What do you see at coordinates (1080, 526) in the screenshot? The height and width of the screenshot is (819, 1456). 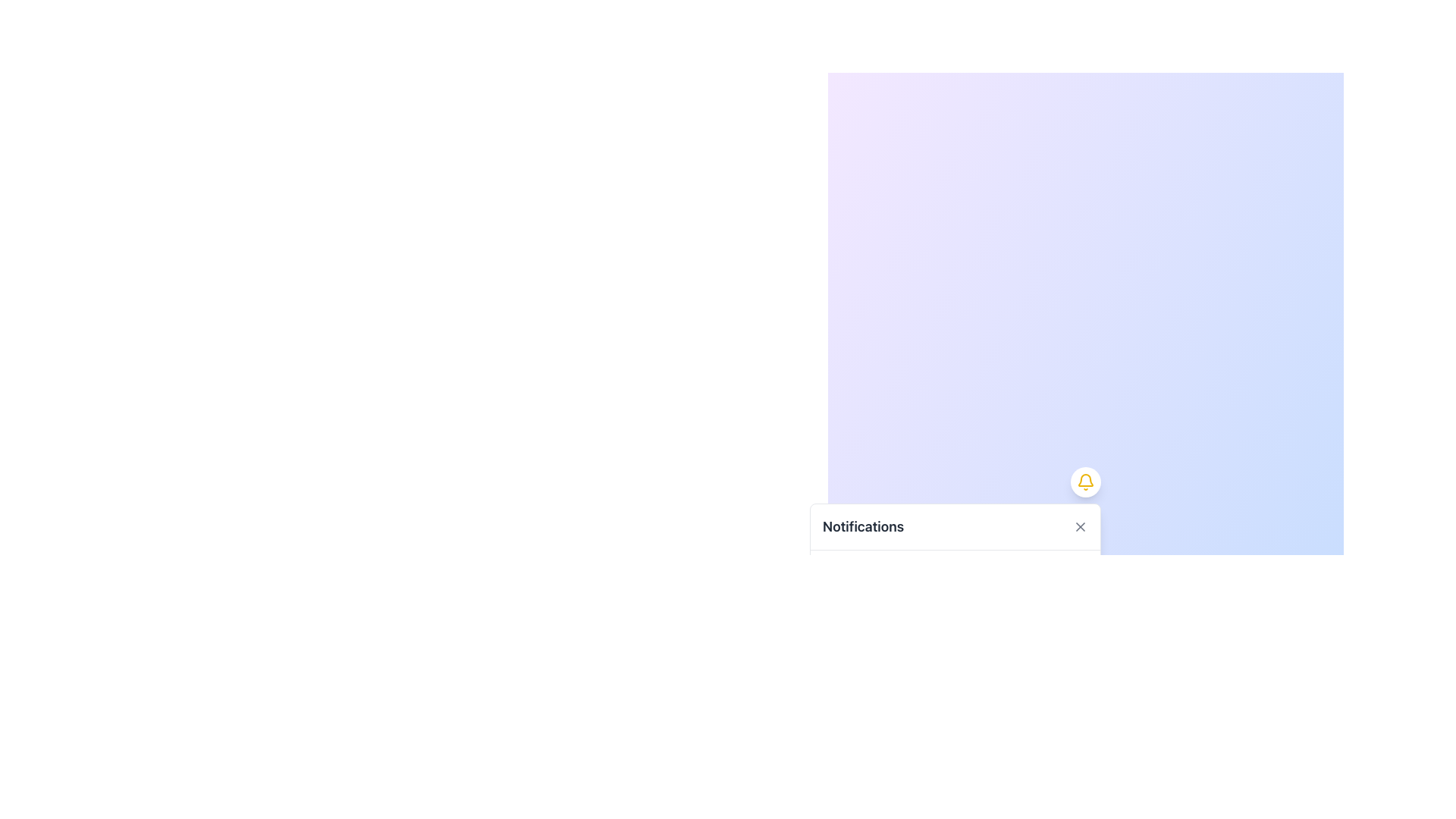 I see `the close button, which is an 'X' icon styled in gray, located to the right of the 'Notifications' title` at bounding box center [1080, 526].